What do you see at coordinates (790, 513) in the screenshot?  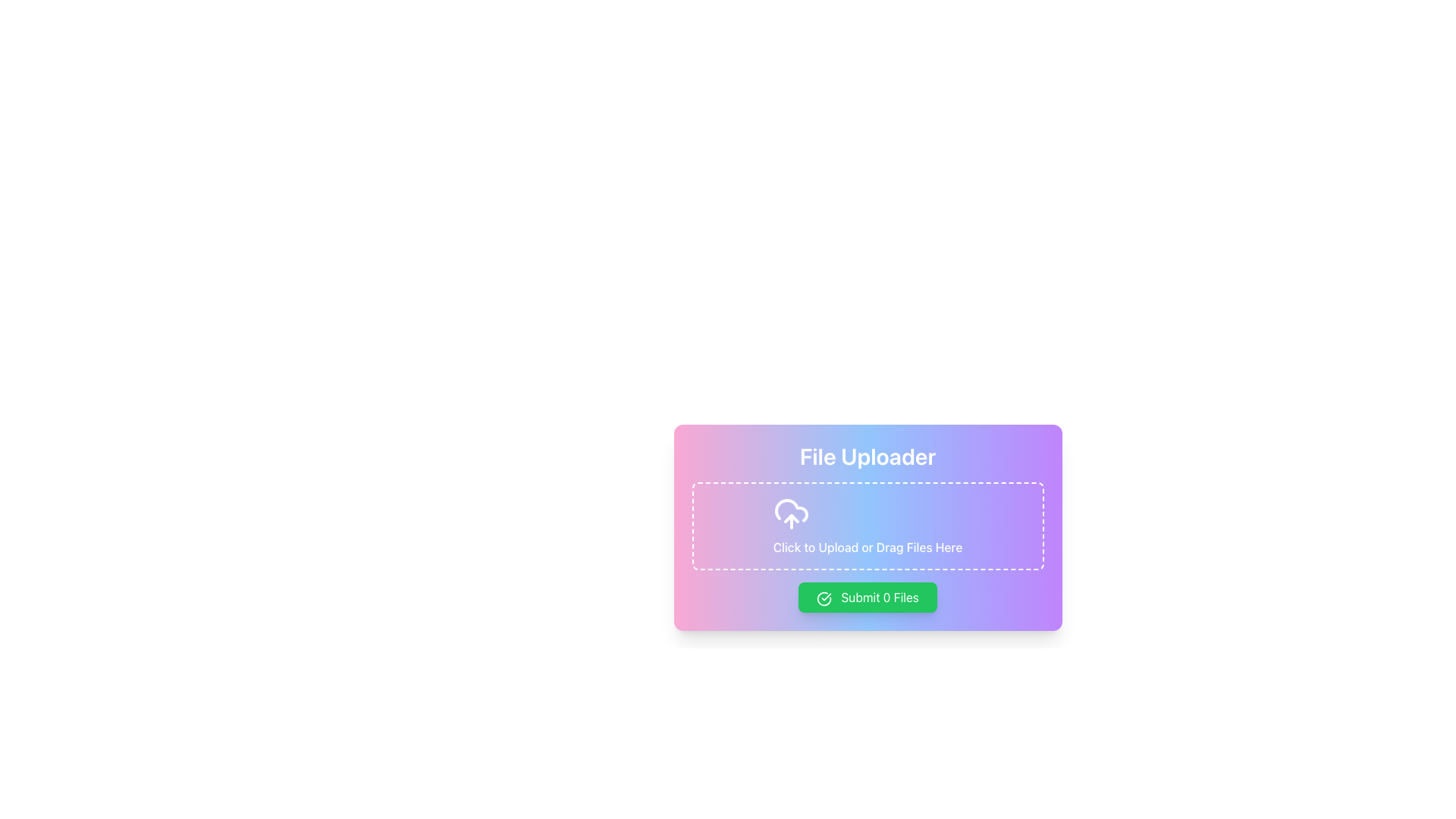 I see `the cloud icon with an upward arrow, which is the top-most component inside the dashed rectangular area of the file uploader section, located above the text 'Click to Upload or Drag Files Here.'` at bounding box center [790, 513].